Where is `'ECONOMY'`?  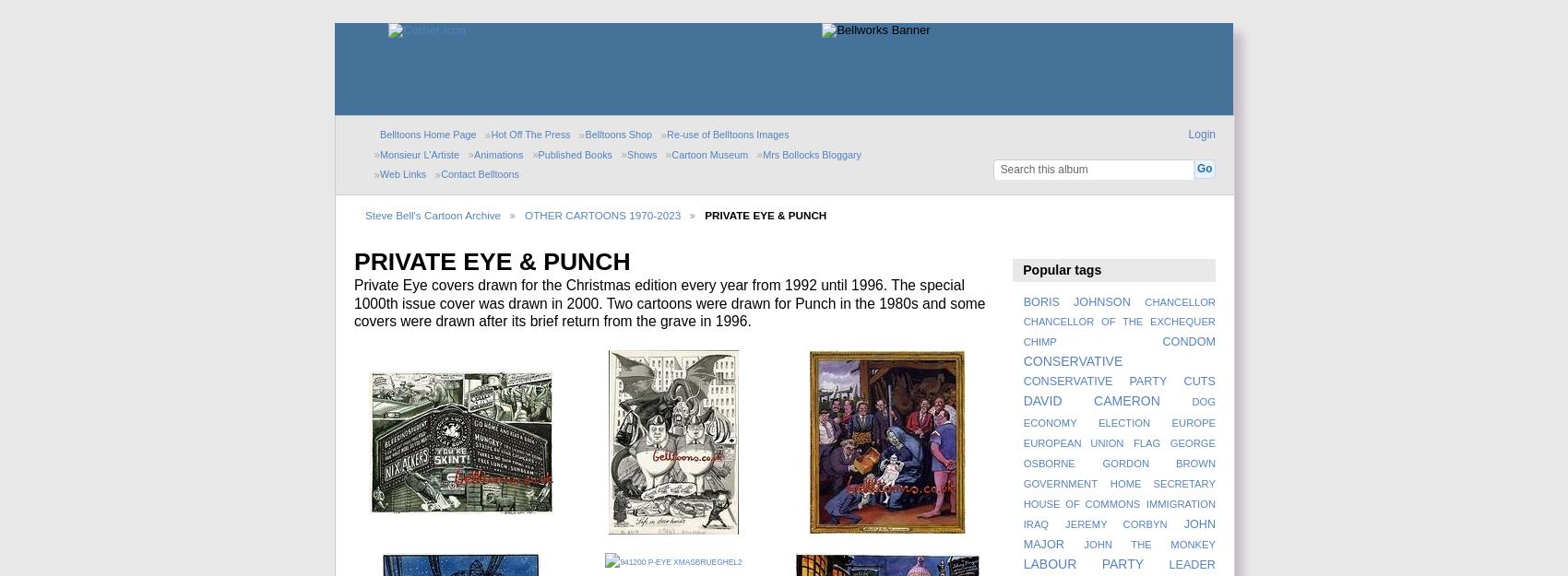
'ECONOMY' is located at coordinates (1049, 422).